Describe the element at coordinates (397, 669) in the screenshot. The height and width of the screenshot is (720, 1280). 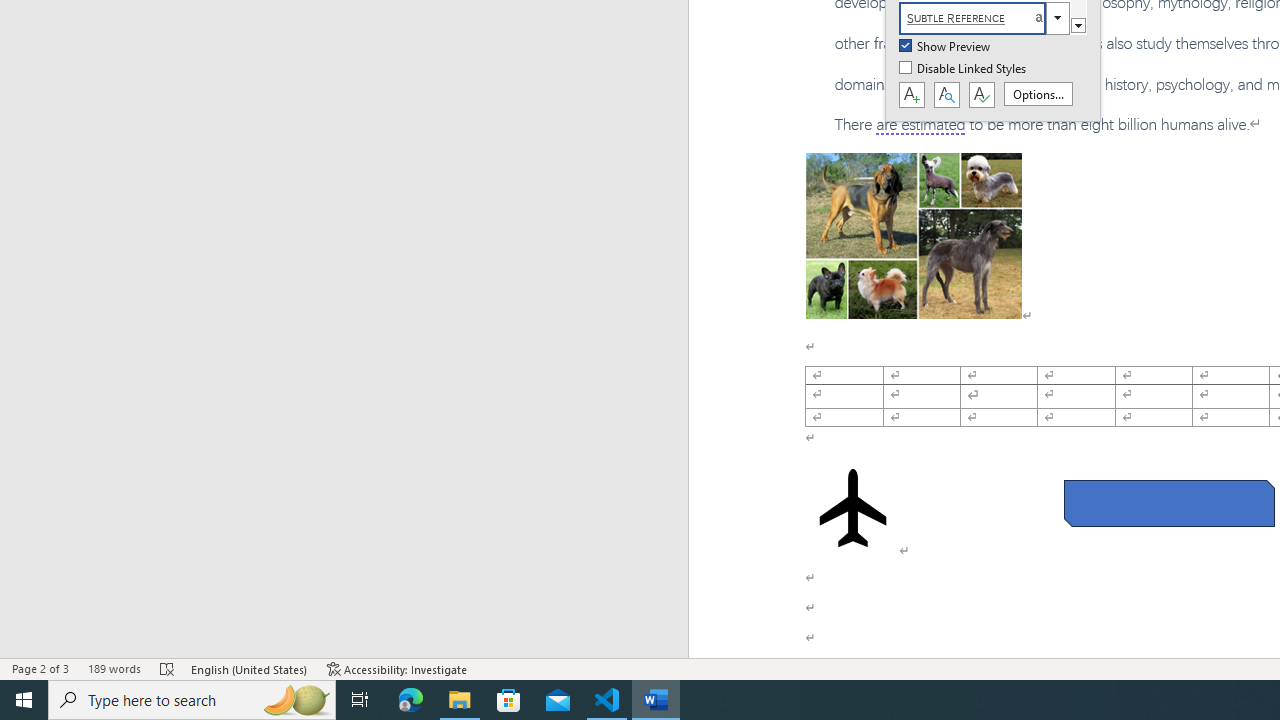
I see `'Accessibility Checker Accessibility: Investigate'` at that location.